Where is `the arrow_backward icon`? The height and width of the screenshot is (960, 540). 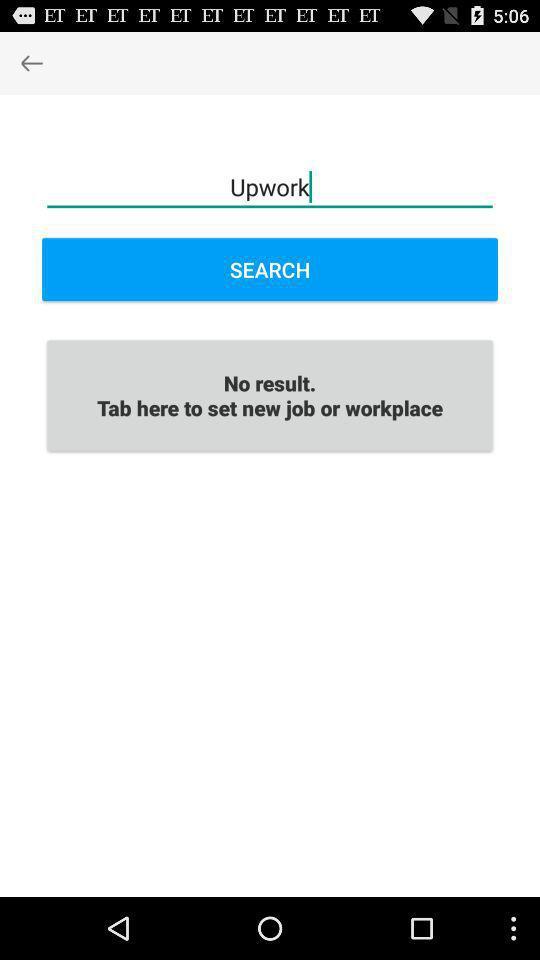
the arrow_backward icon is located at coordinates (30, 67).